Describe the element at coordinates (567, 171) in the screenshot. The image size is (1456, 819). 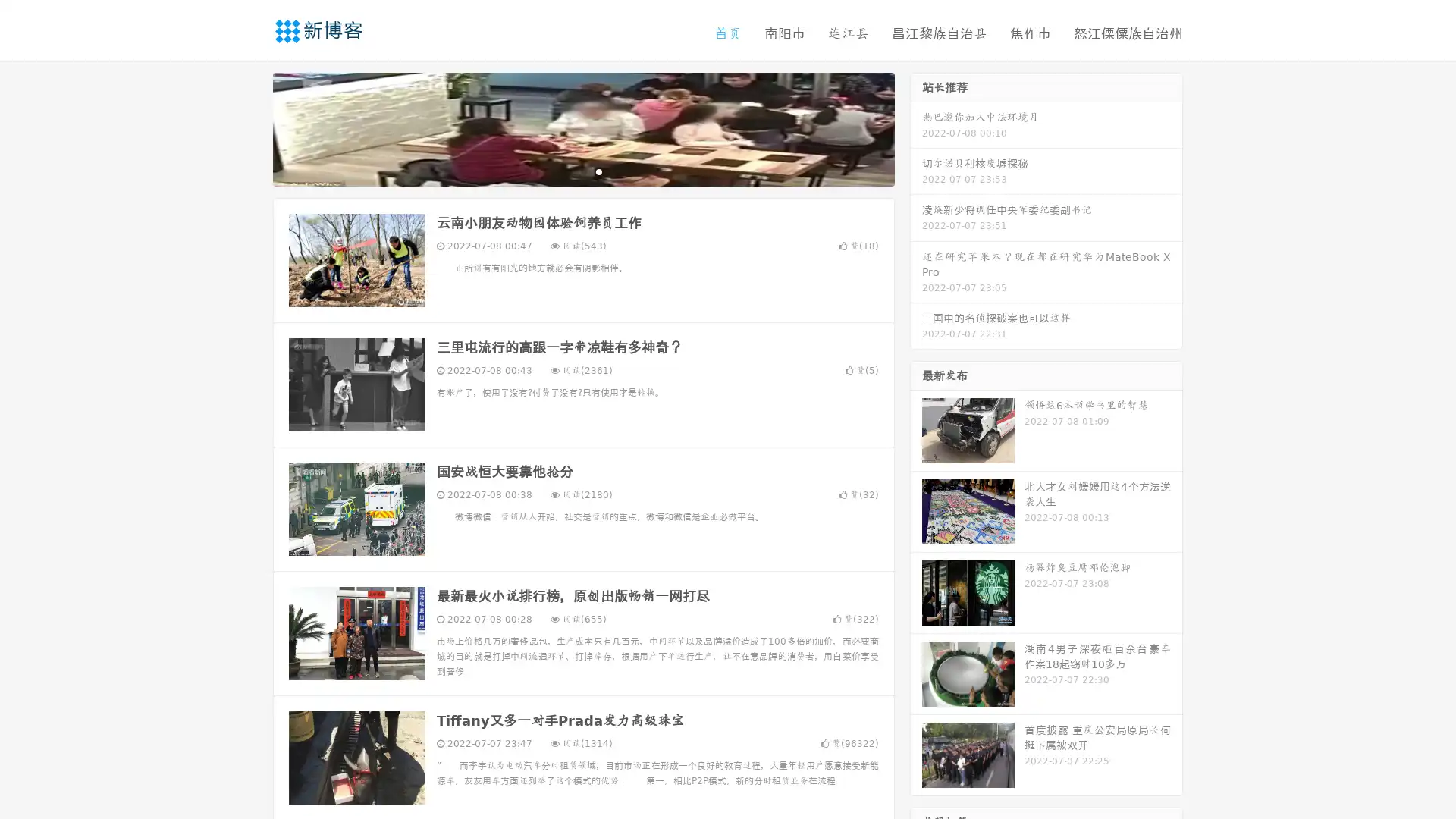
I see `Go to slide 1` at that location.